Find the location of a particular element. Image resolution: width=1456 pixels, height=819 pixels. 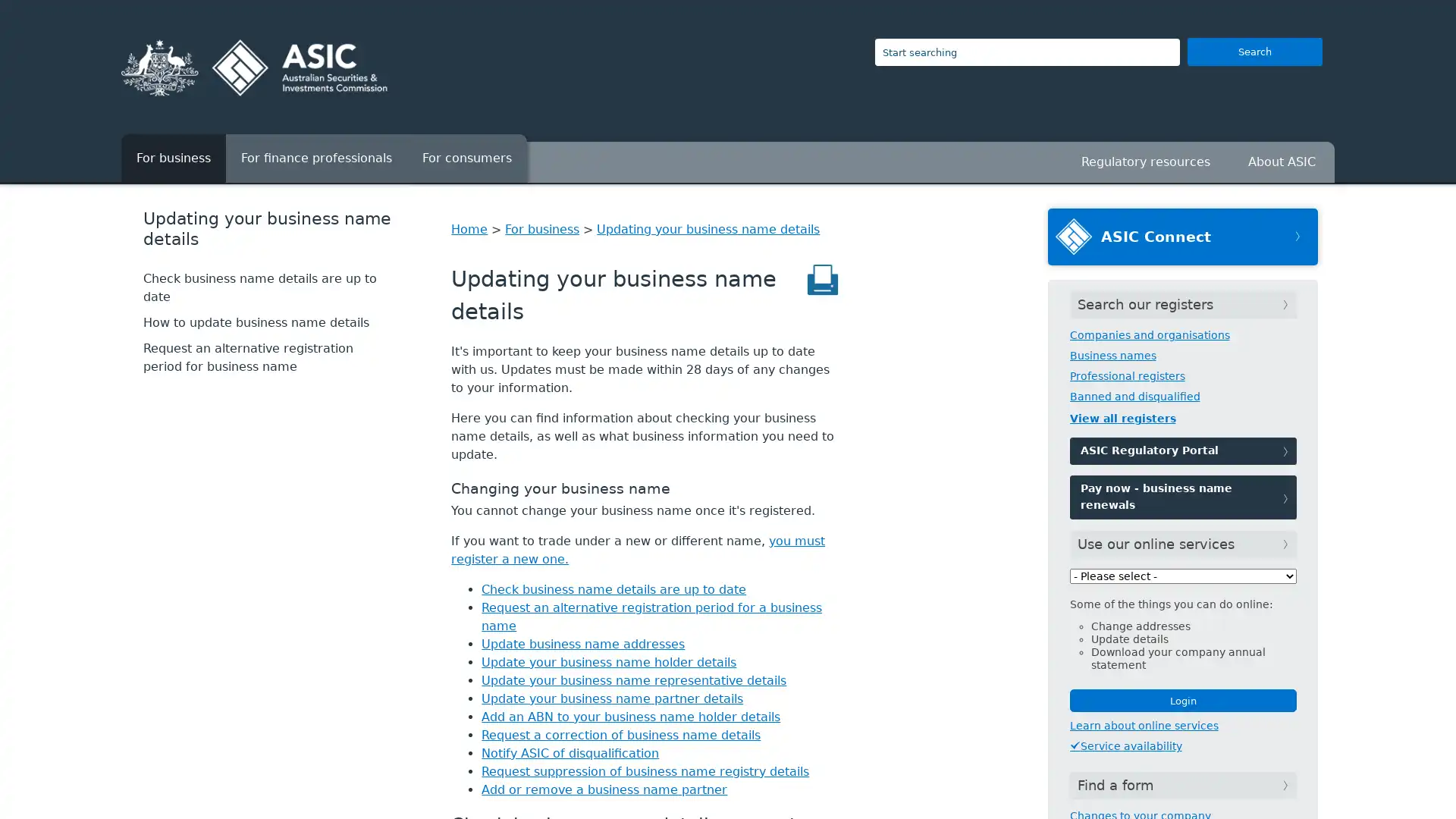

Search is located at coordinates (1254, 51).